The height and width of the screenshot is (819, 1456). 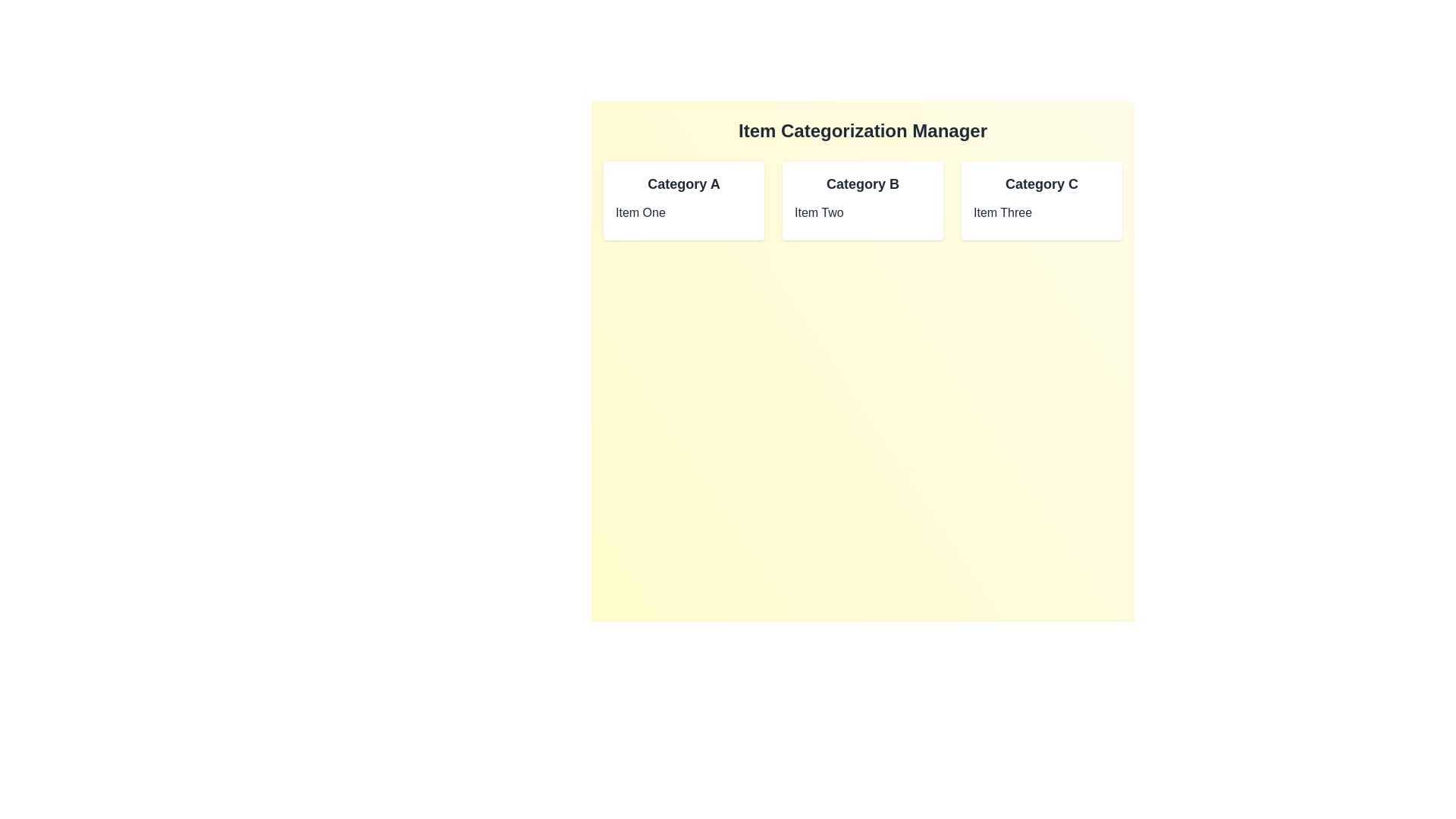 I want to click on the item named Item One to select it, so click(x=683, y=213).